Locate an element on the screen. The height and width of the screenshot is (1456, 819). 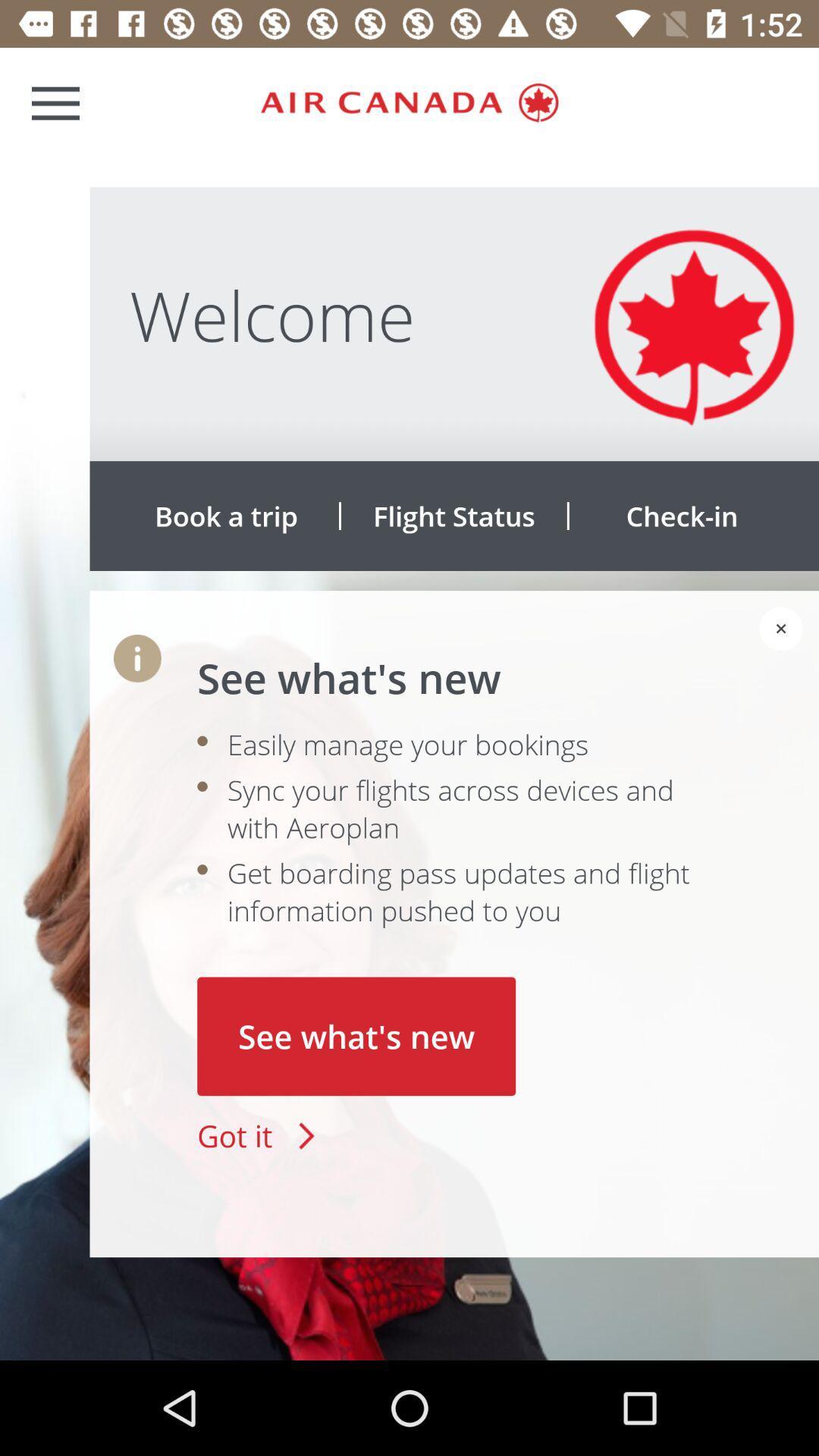
the close icon is located at coordinates (781, 629).